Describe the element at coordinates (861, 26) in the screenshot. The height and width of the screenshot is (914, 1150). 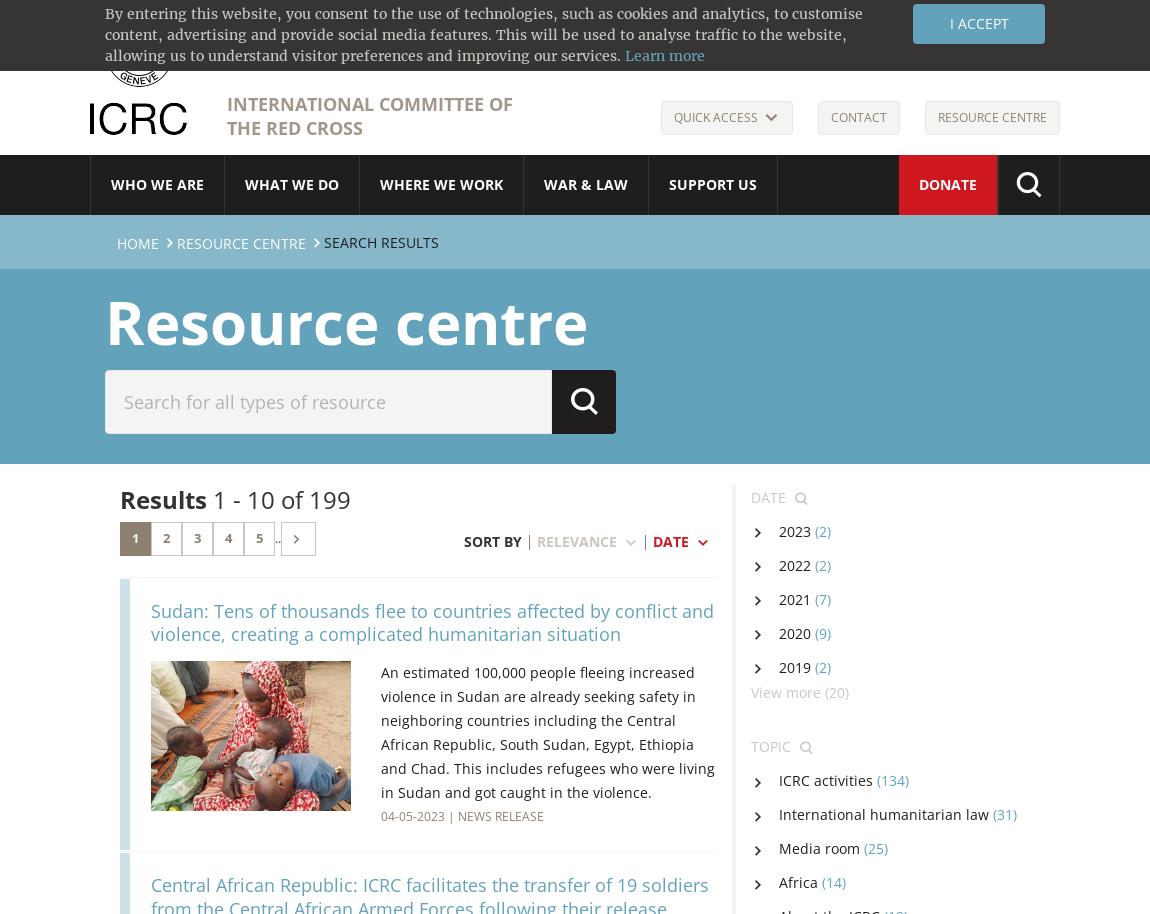
I see `'Español'` at that location.